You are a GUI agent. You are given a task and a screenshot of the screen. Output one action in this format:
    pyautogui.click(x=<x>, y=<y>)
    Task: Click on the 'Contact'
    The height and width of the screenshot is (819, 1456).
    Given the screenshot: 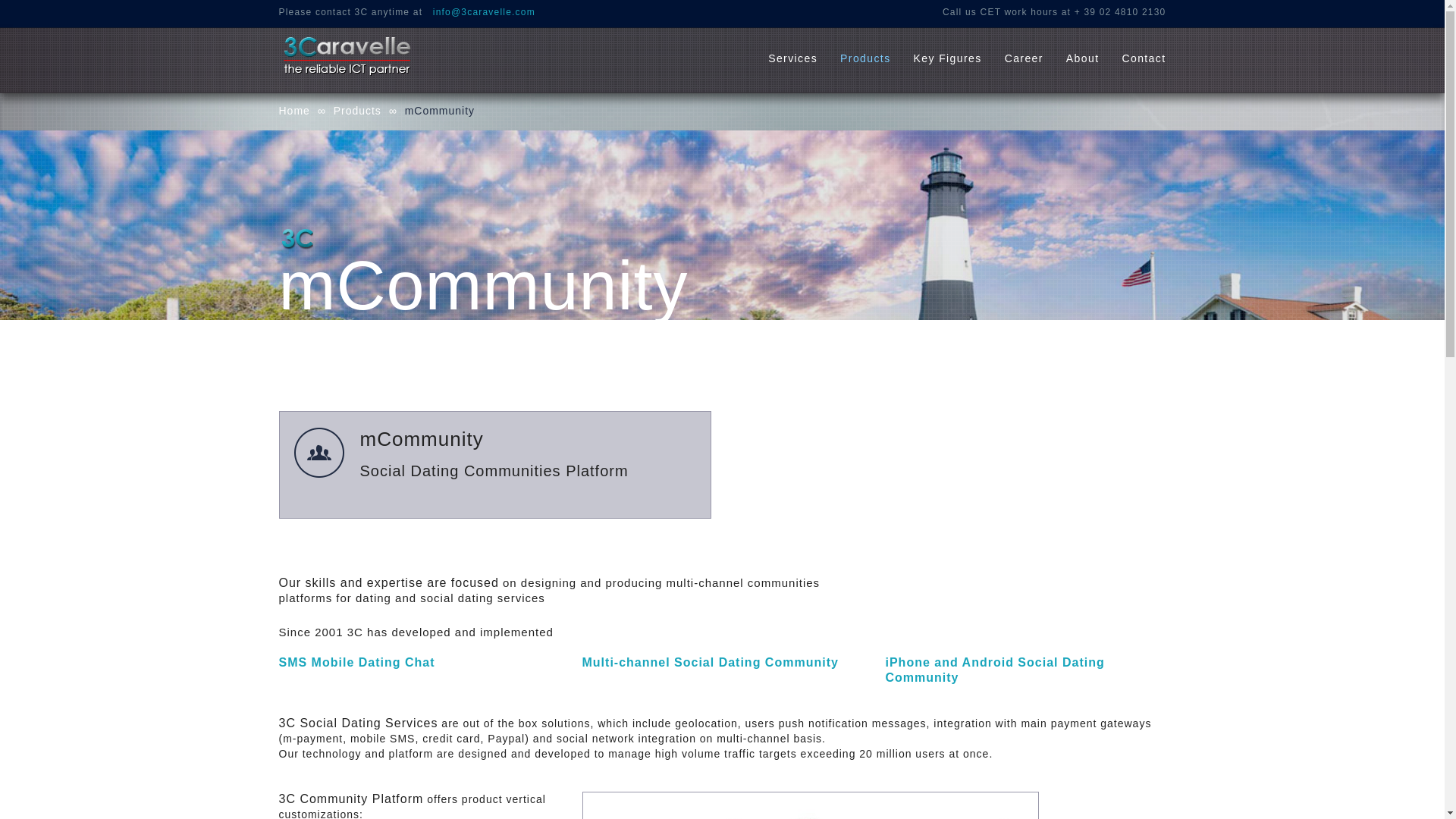 What is the action you would take?
    pyautogui.click(x=1110, y=57)
    